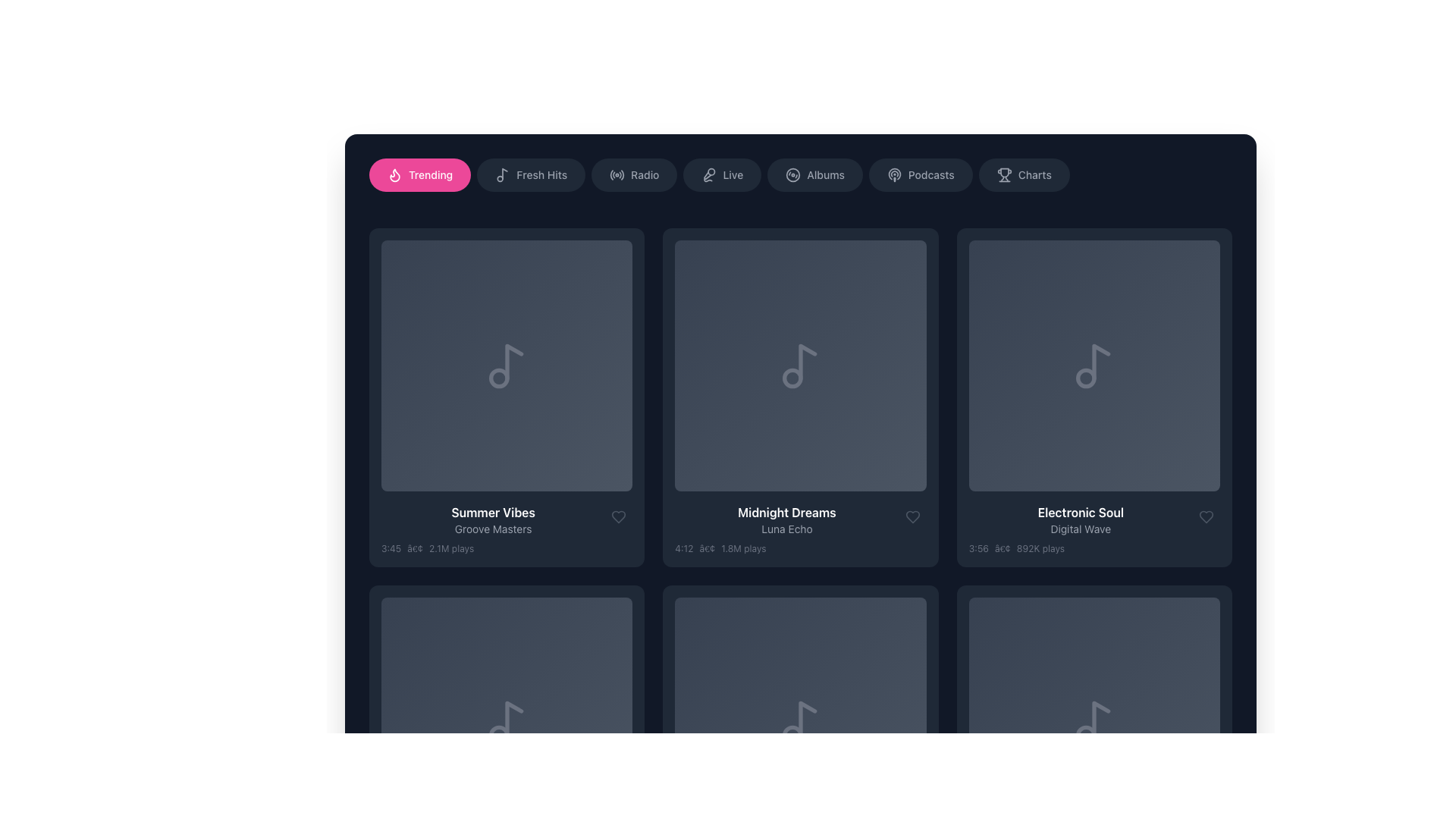 This screenshot has height=819, width=1456. I want to click on the 'Radio' navigation icon, which is the third icon from the left in the horizontal navigation bar at the top of the application interface, so click(617, 174).